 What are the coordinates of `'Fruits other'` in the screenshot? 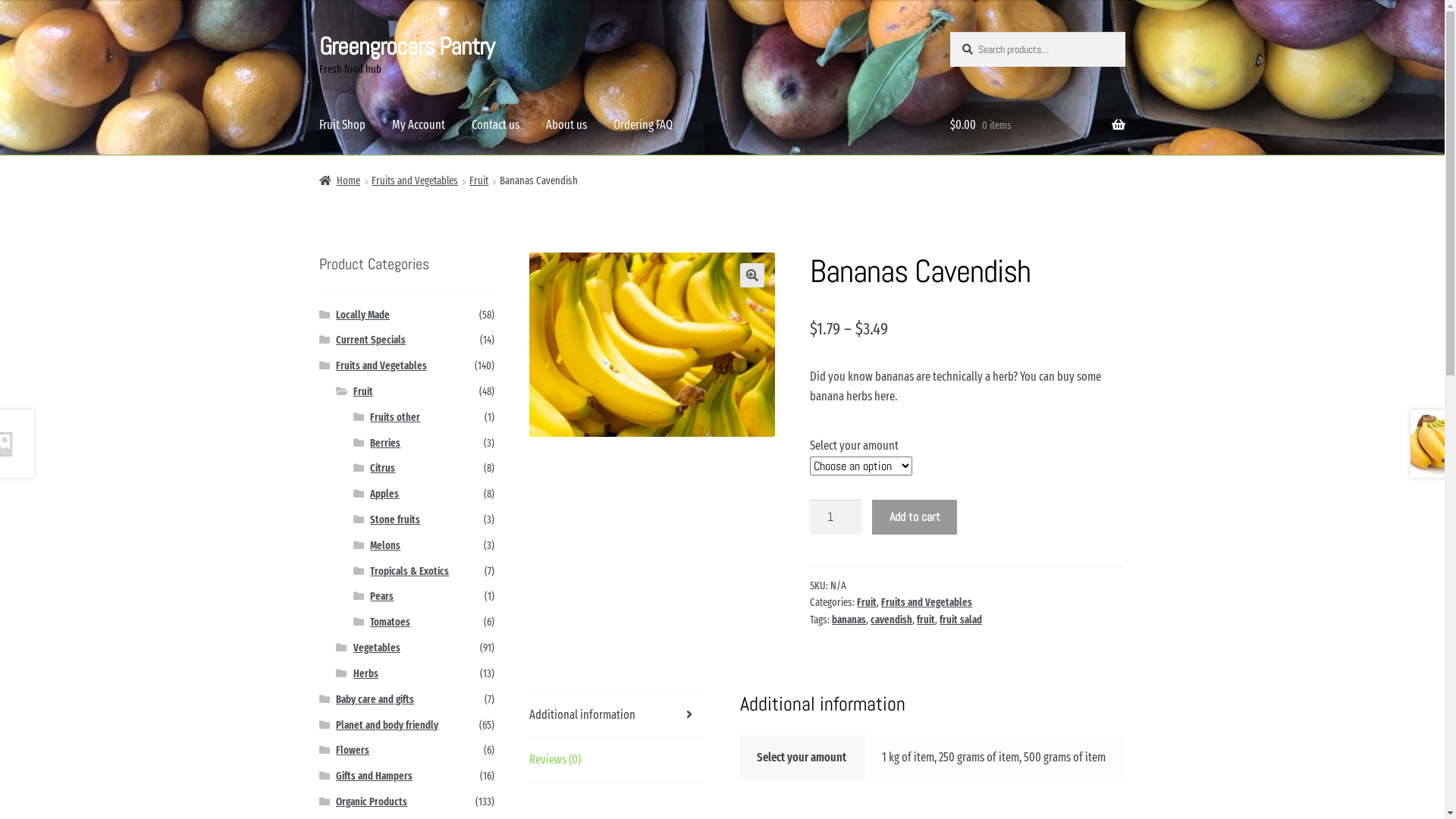 It's located at (395, 417).